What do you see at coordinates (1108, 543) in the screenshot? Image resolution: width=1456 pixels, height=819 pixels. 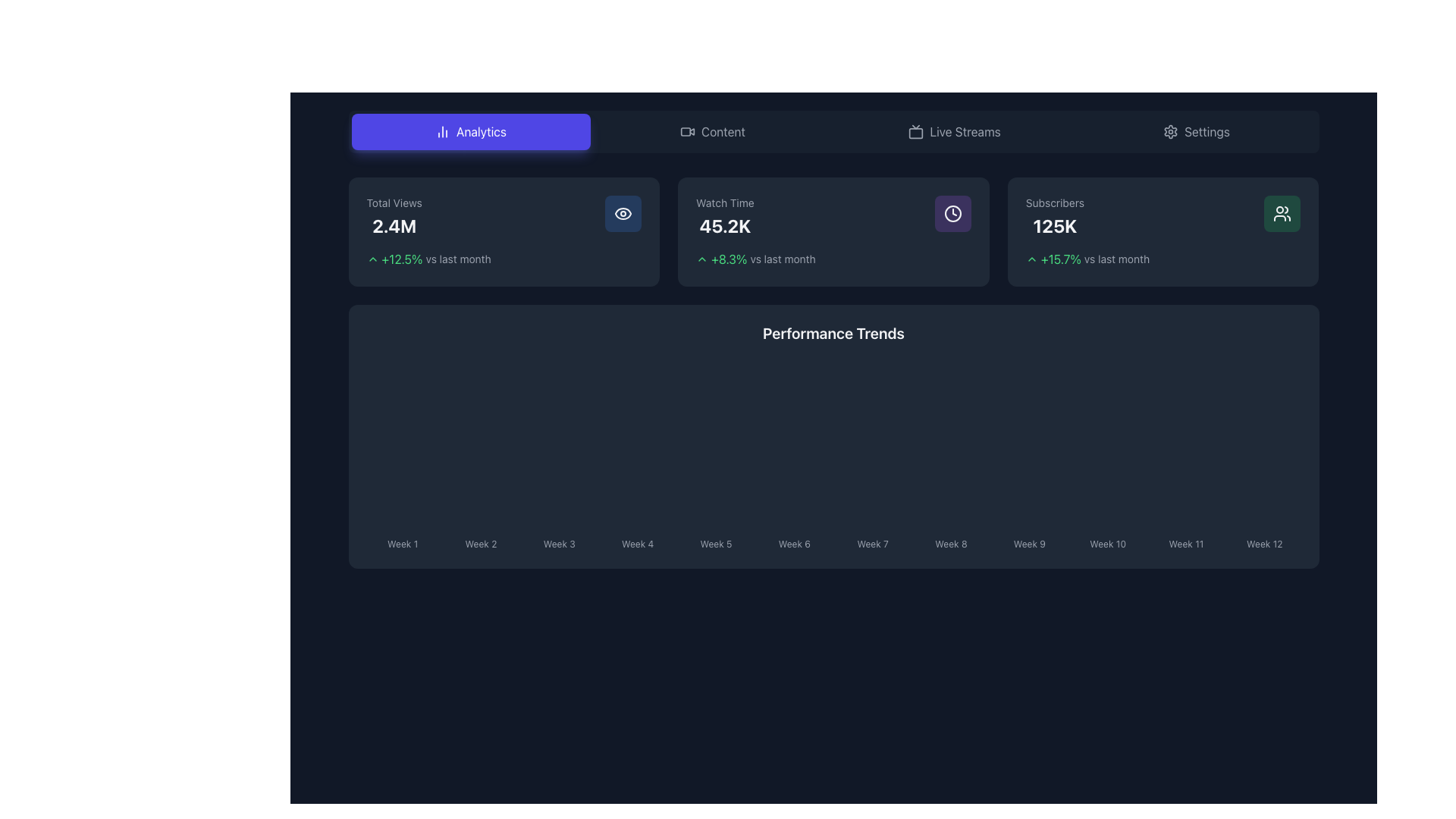 I see `the 'Week 10' text label located in the bottom section of the 'Performance Trends' graph, which is the tenth label in a sequence of week labels` at bounding box center [1108, 543].